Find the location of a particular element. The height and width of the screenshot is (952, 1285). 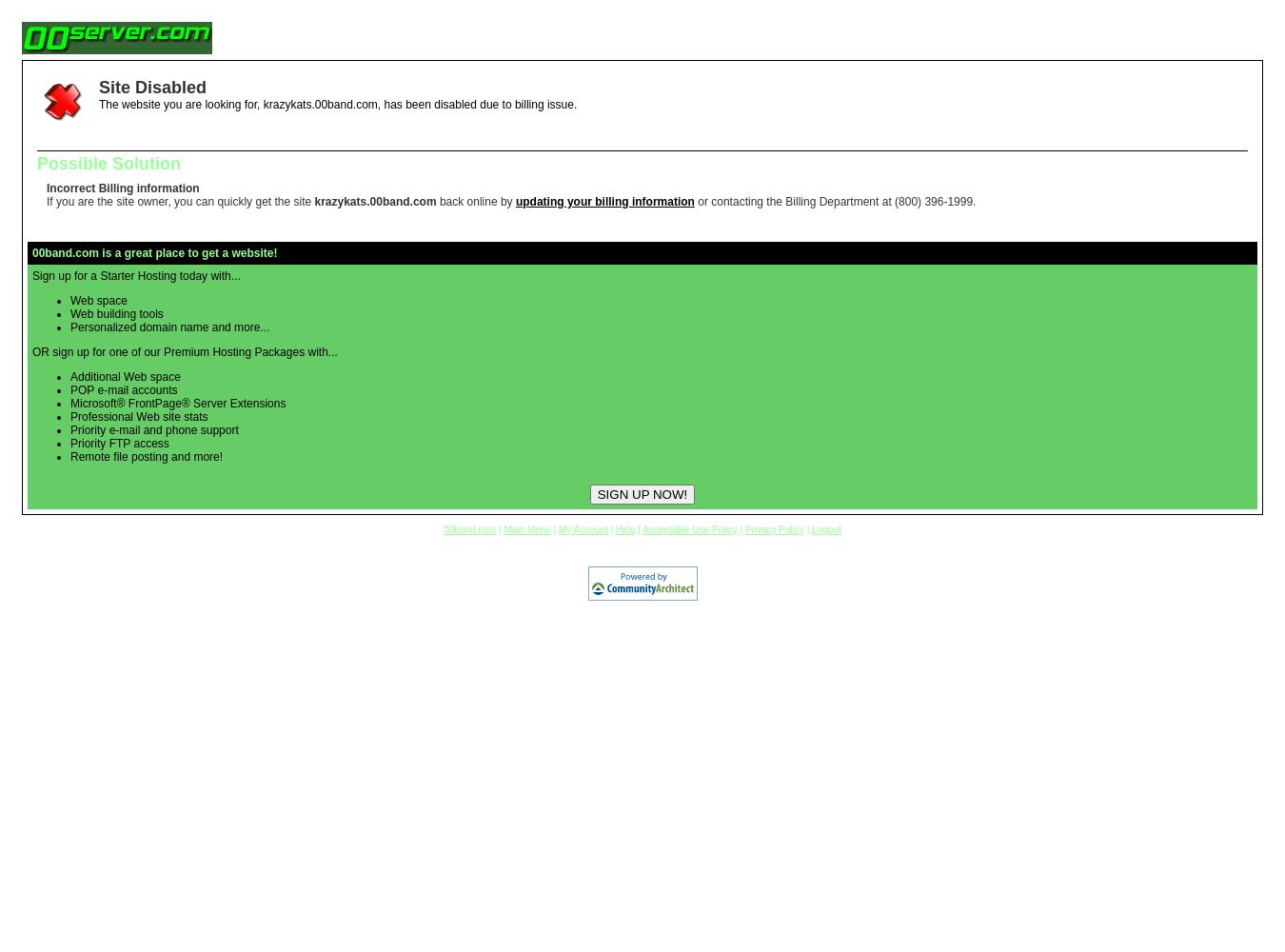

'Privacy Policy' is located at coordinates (774, 529).